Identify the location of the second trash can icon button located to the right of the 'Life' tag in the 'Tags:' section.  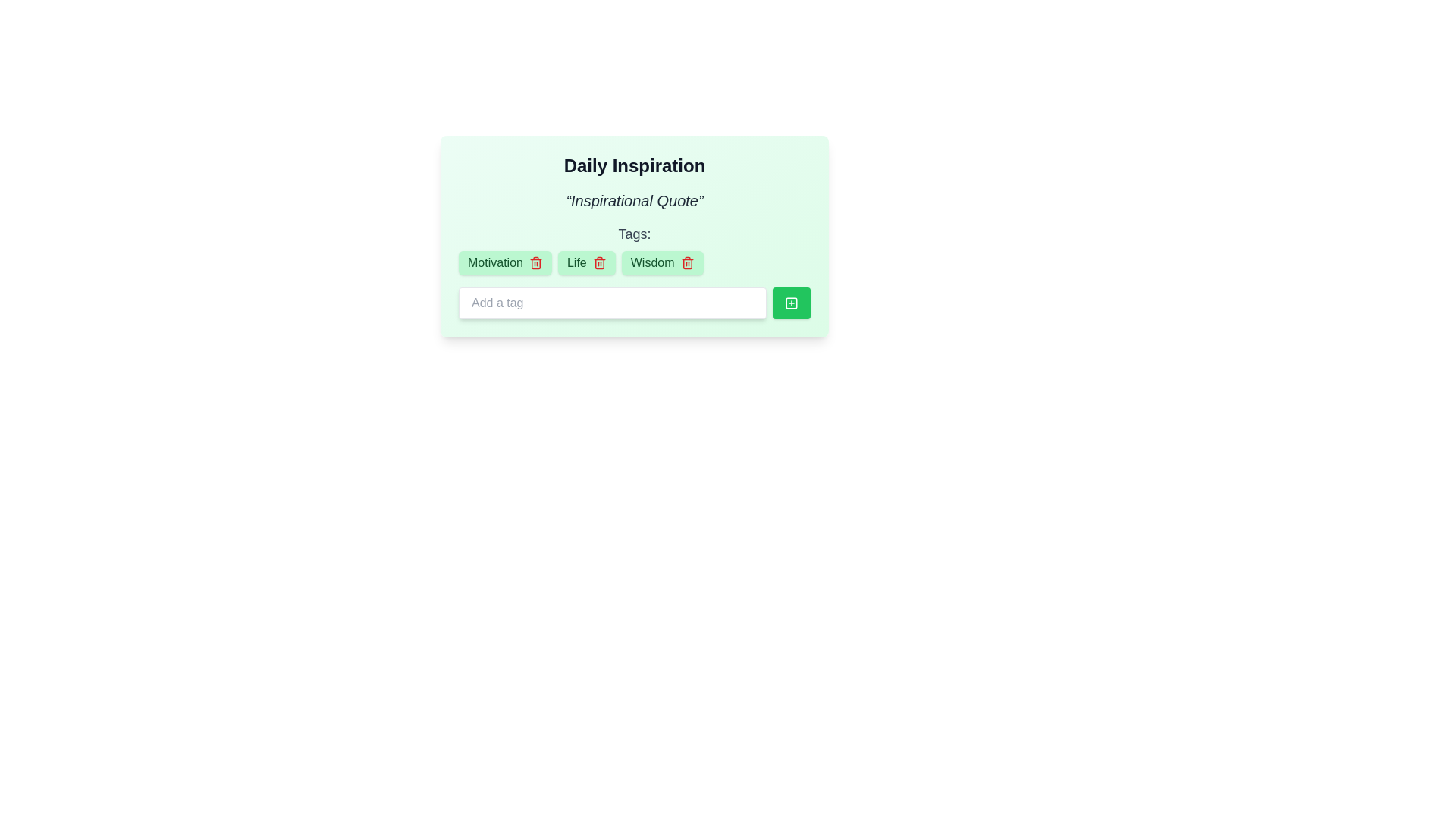
(598, 262).